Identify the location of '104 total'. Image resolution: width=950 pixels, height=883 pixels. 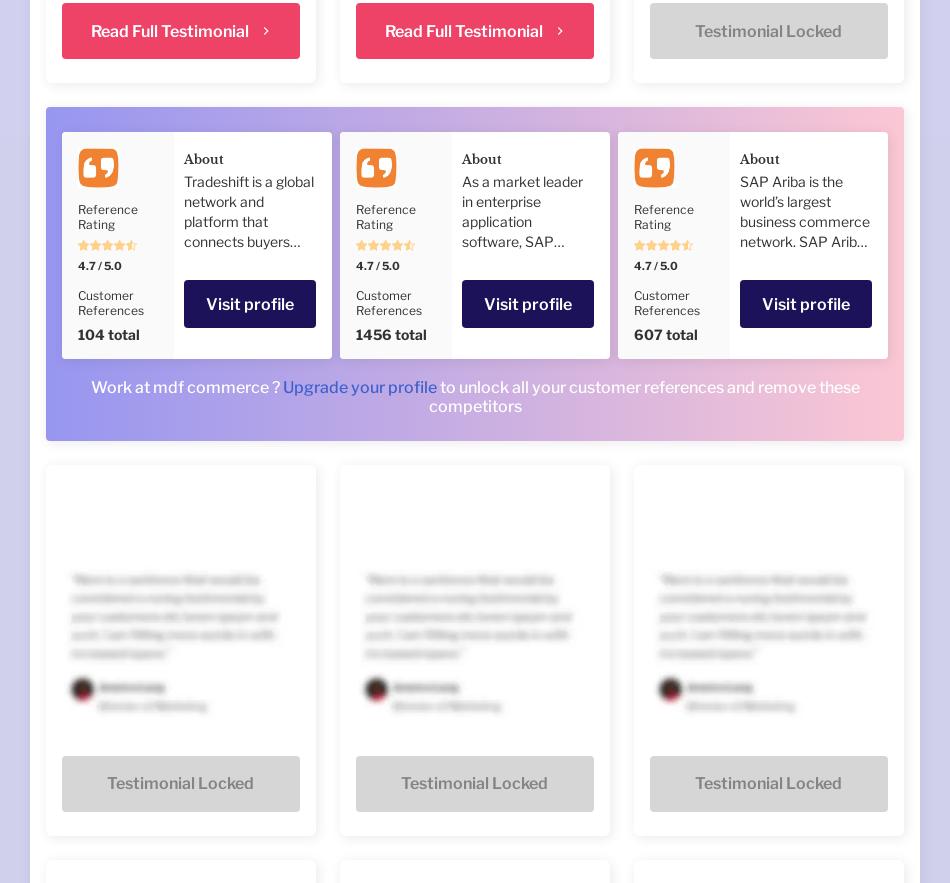
(108, 333).